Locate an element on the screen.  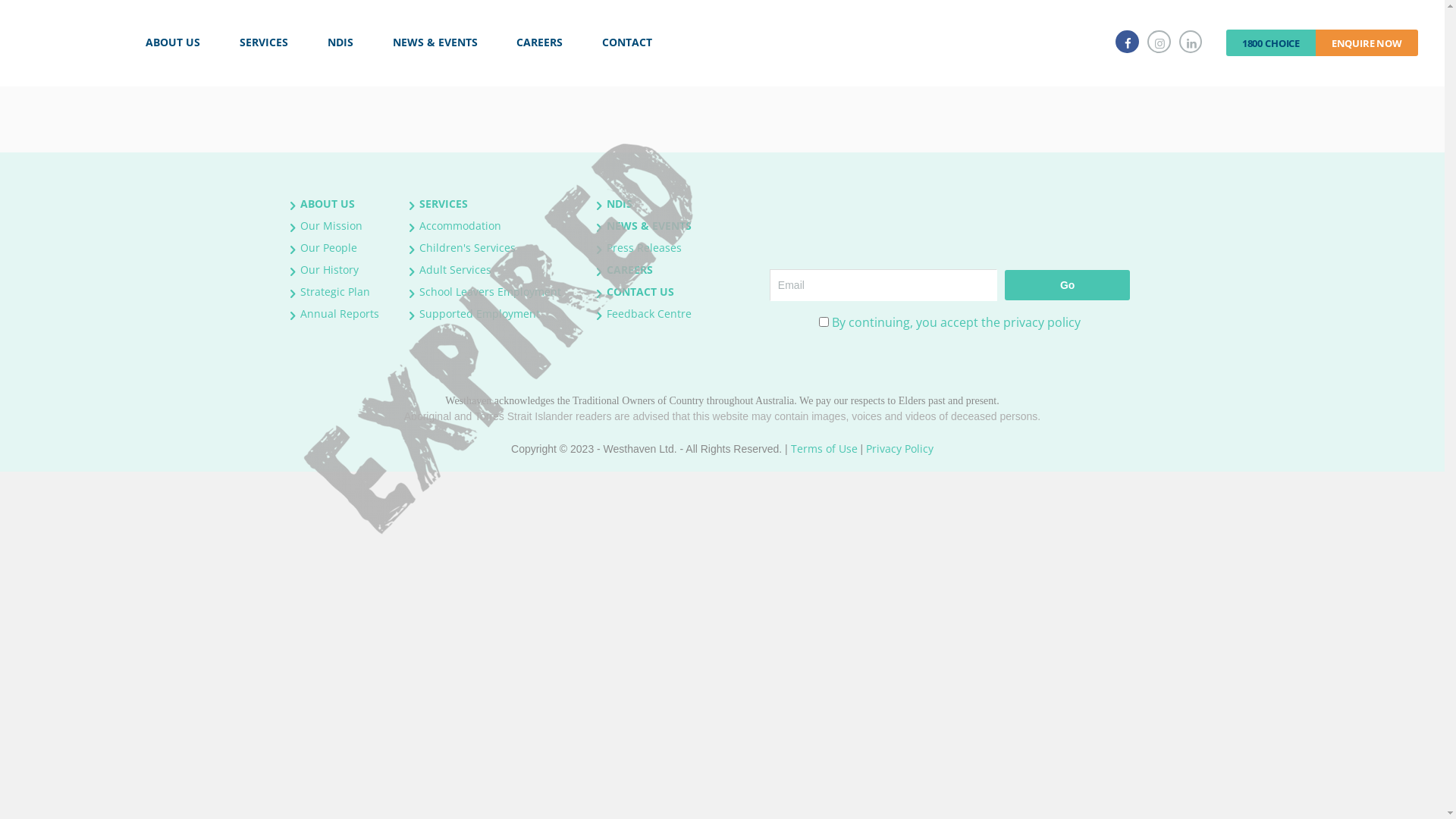
'Privacy Policy' is located at coordinates (866, 447).